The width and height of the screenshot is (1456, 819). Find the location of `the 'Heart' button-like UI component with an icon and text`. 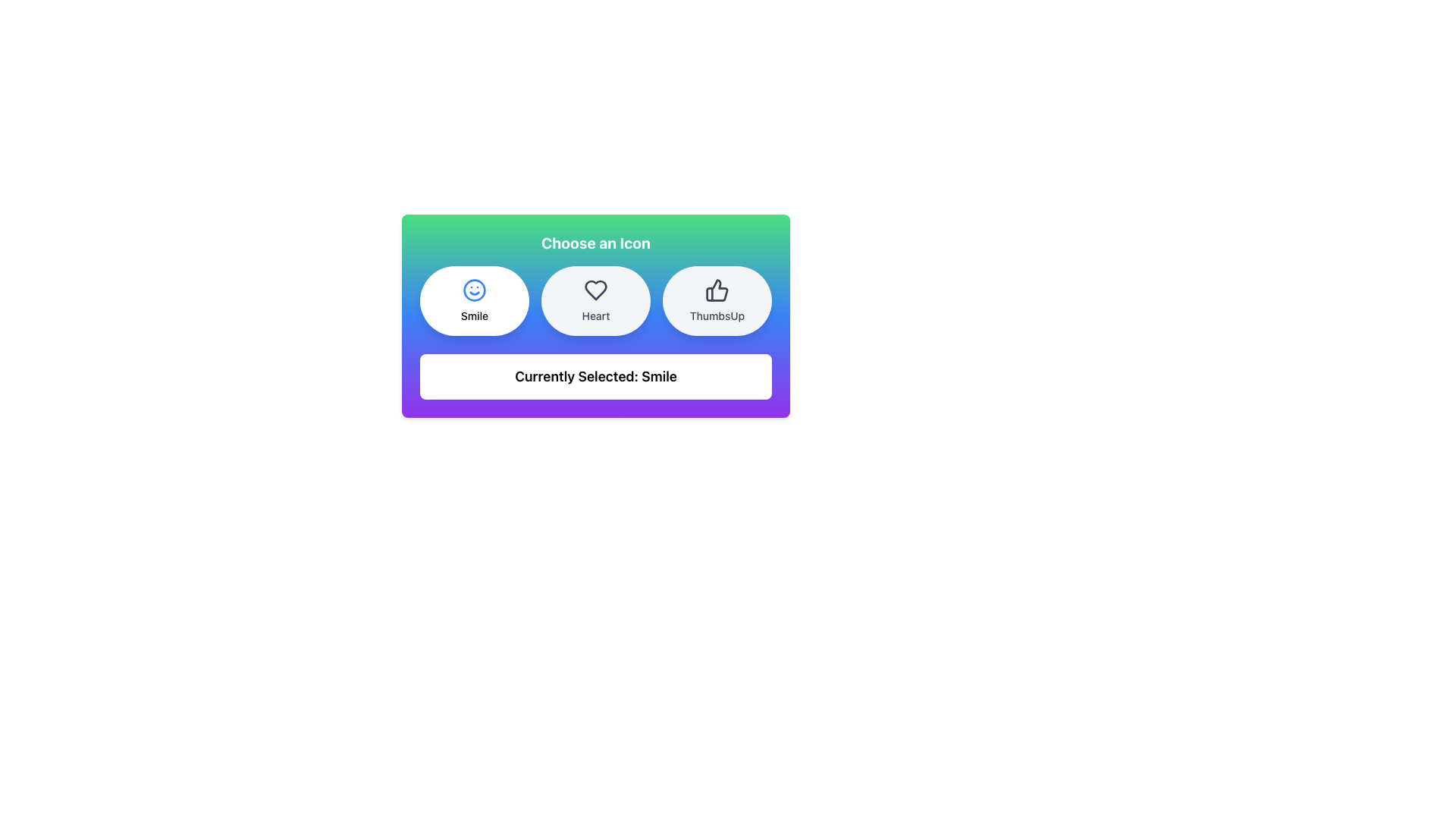

the 'Heart' button-like UI component with an icon and text is located at coordinates (595, 301).